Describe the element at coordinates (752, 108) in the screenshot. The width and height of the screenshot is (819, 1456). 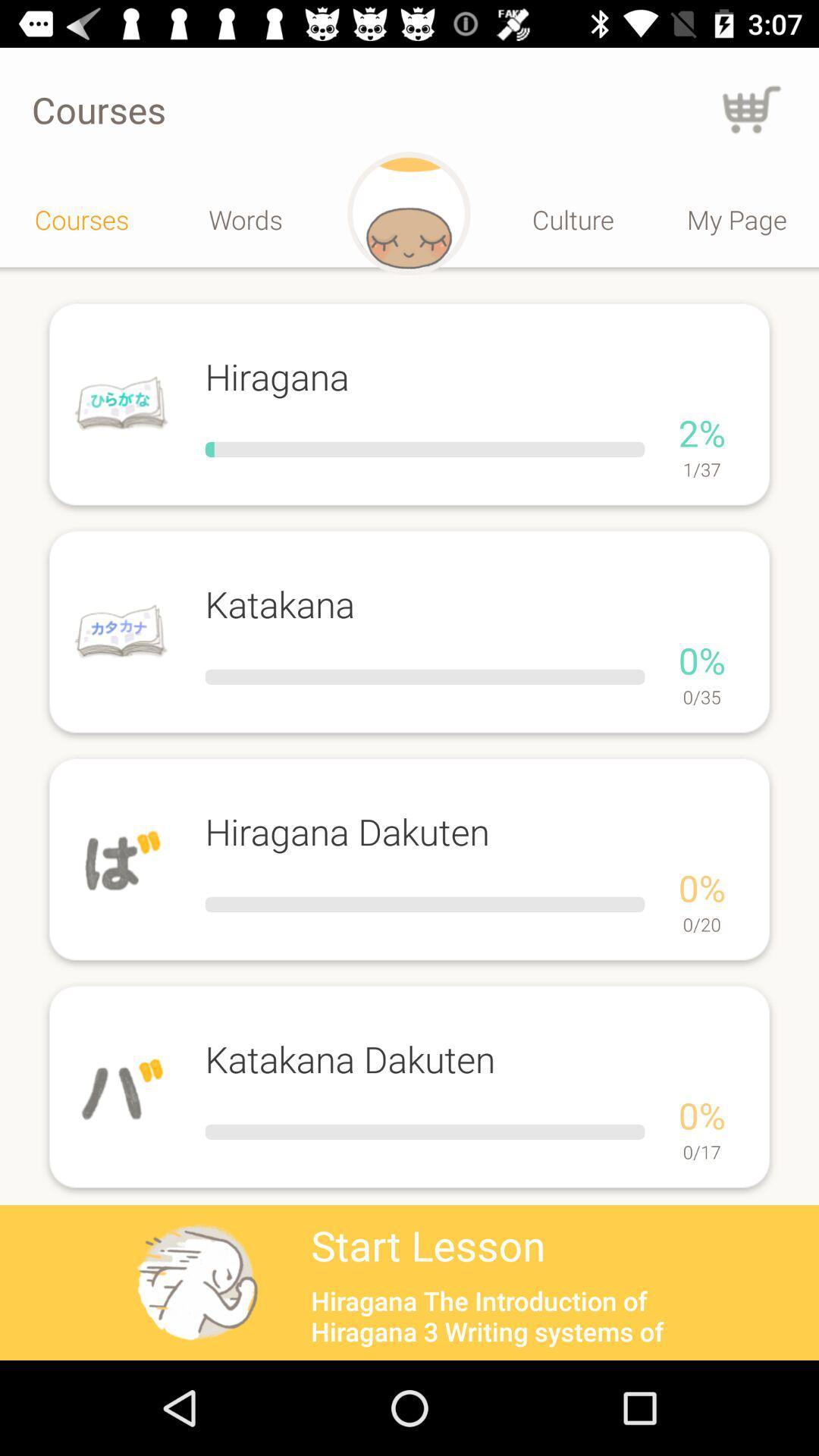
I see `open cart` at that location.